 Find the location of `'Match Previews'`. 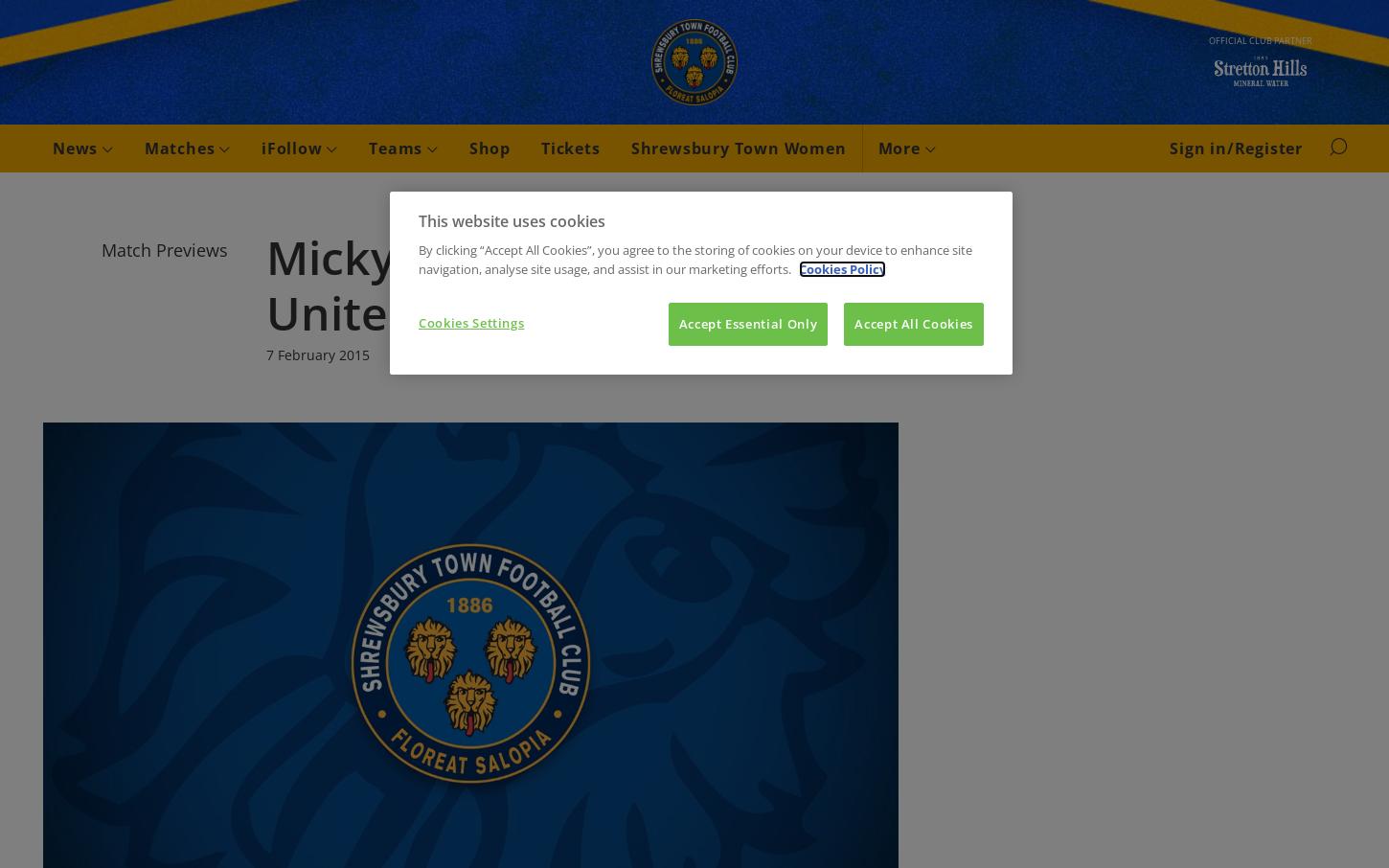

'Match Previews' is located at coordinates (163, 250).